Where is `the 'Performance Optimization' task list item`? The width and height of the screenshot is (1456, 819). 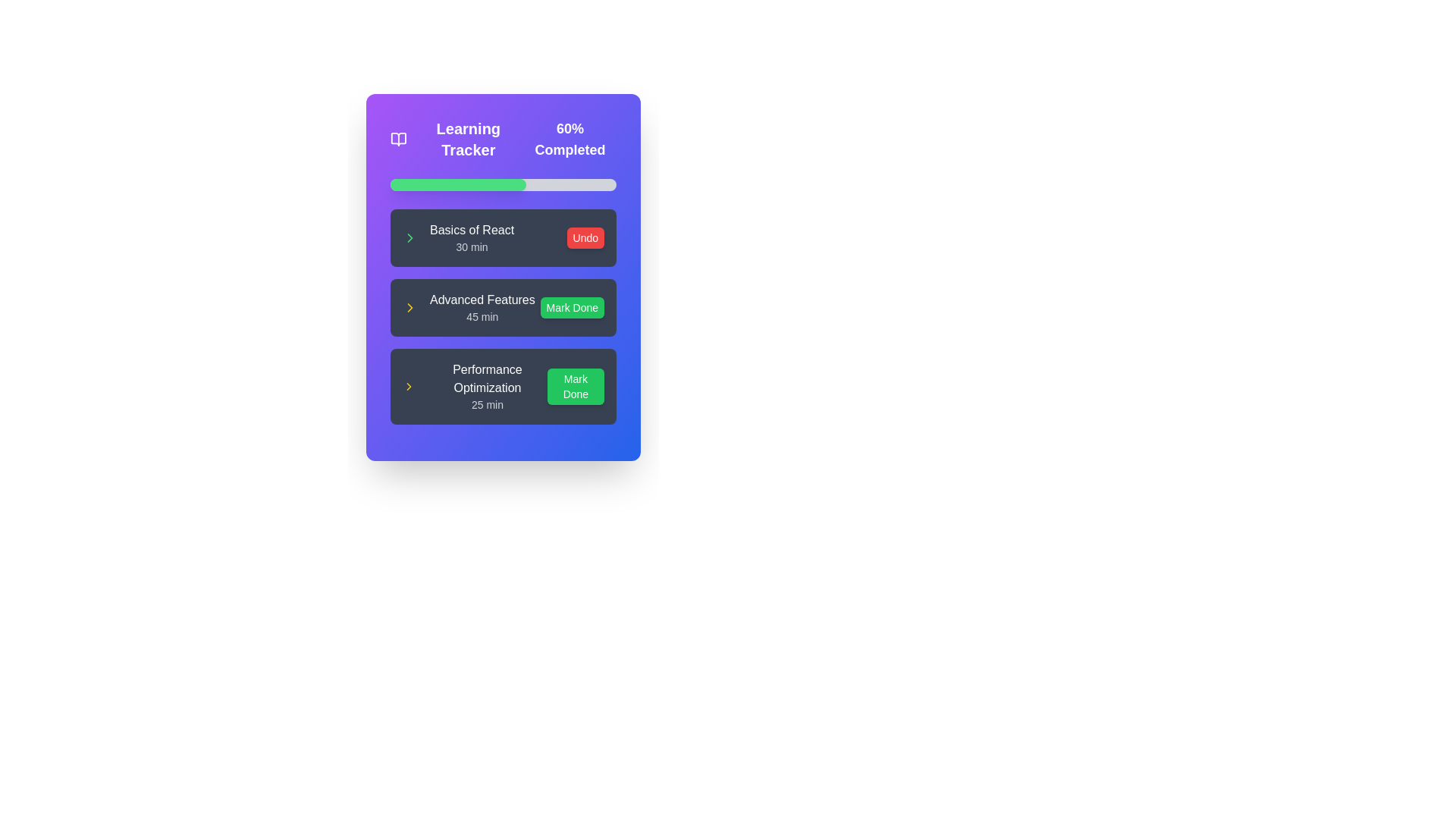 the 'Performance Optimization' task list item is located at coordinates (503, 385).